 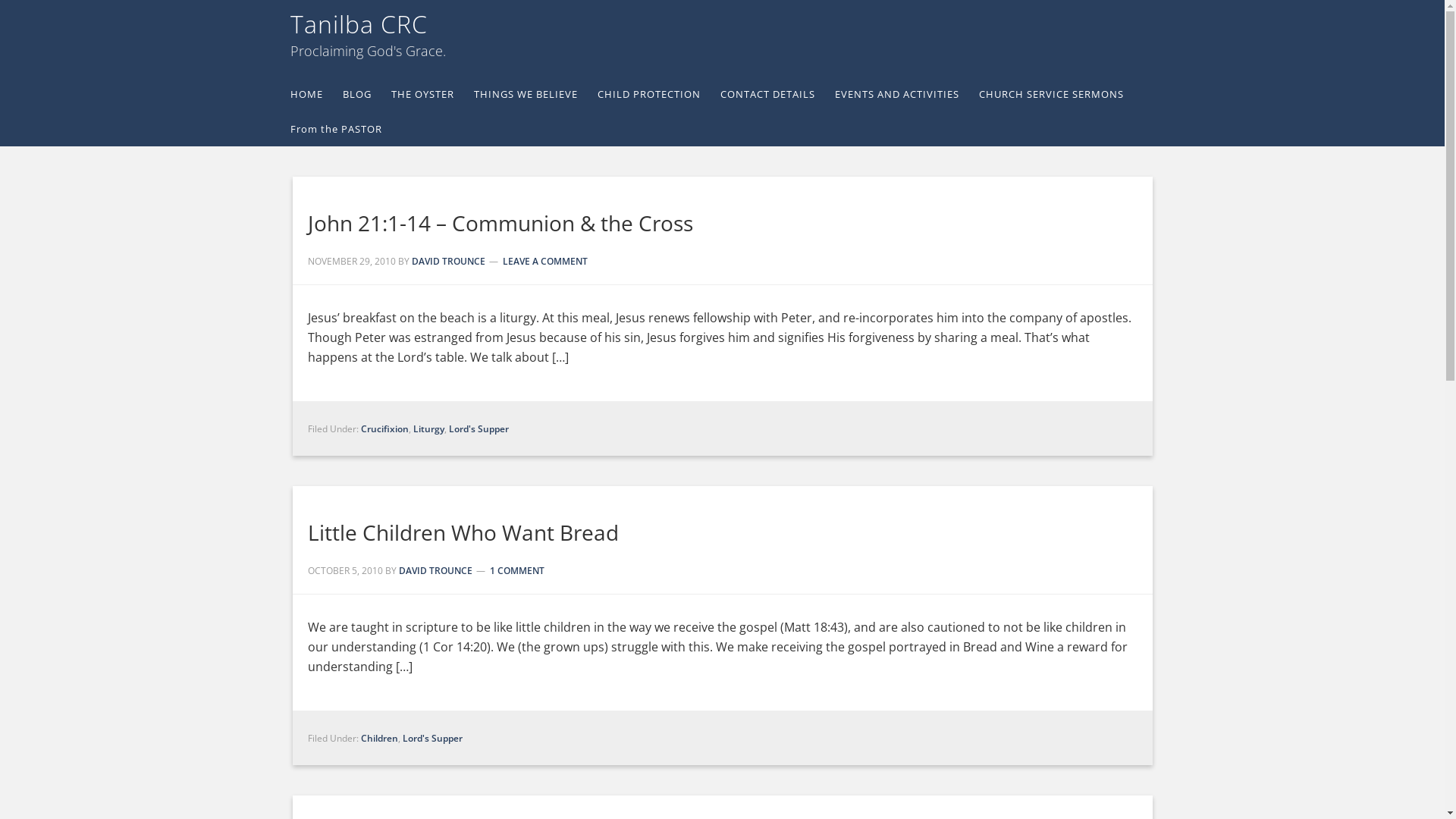 I want to click on 'CHILD PROTECTION', so click(x=658, y=94).